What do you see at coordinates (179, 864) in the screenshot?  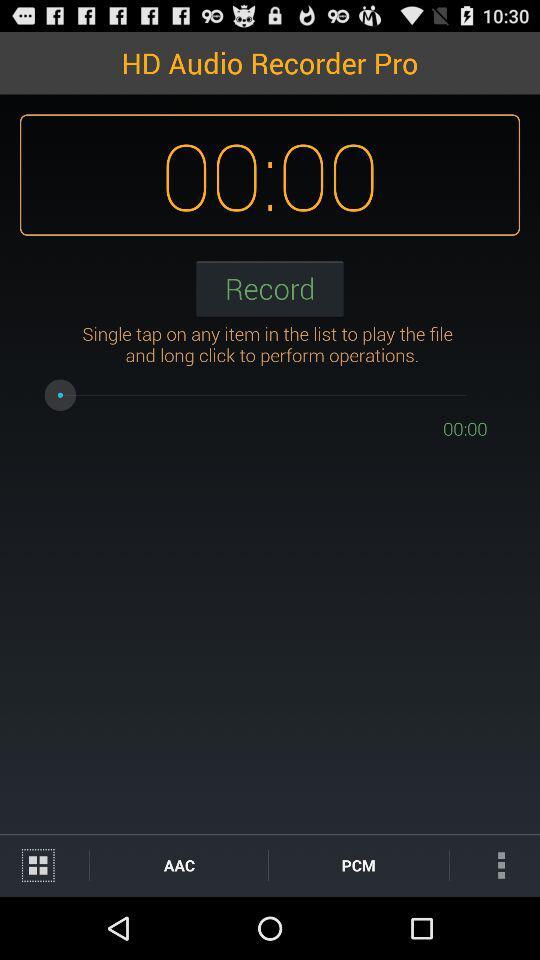 I see `icon next to the pcm` at bounding box center [179, 864].